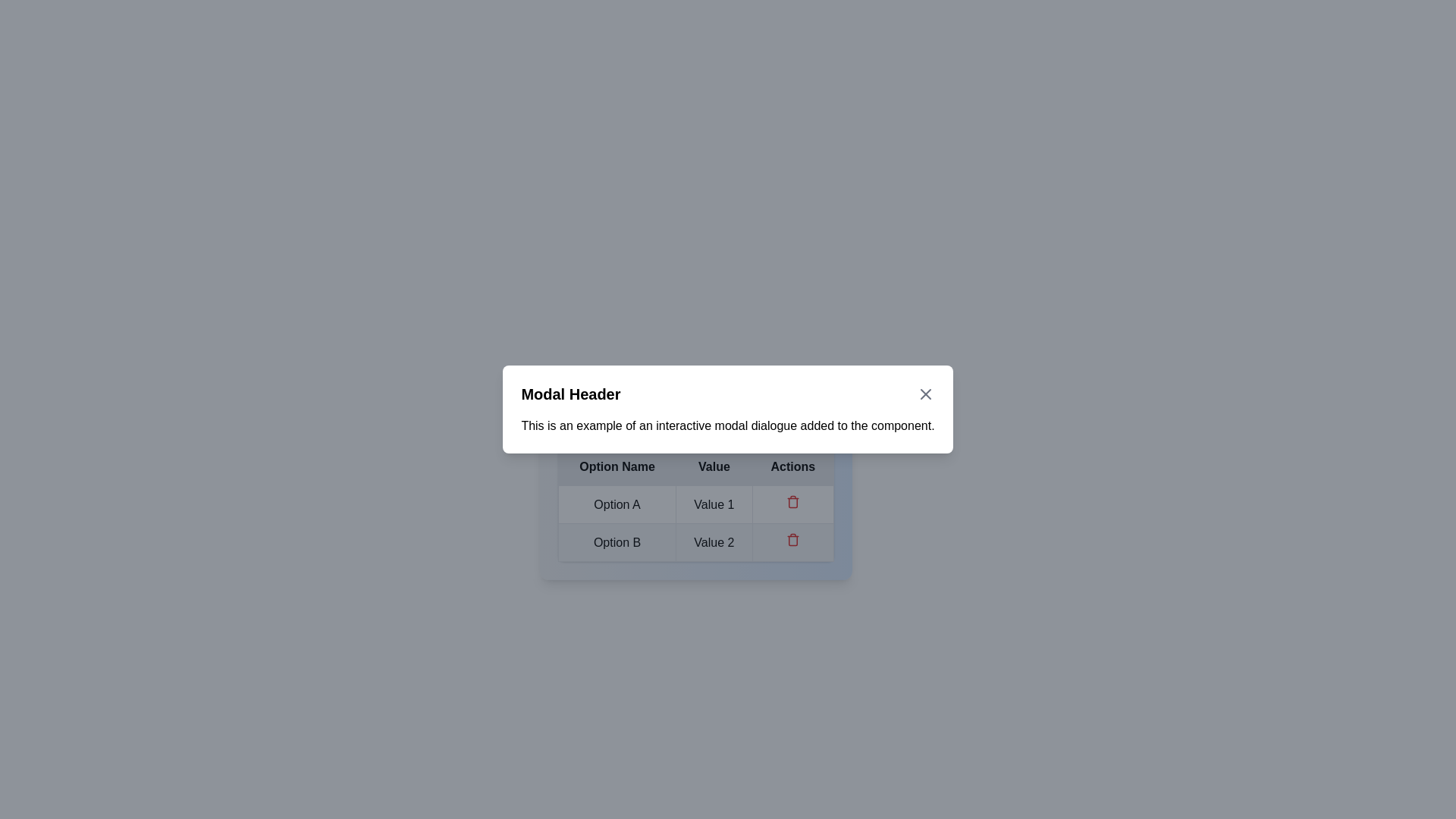  Describe the element at coordinates (792, 539) in the screenshot. I see `the delete icon button in the 'Actions' column of the second row, which is associated with 'Option B'` at that location.